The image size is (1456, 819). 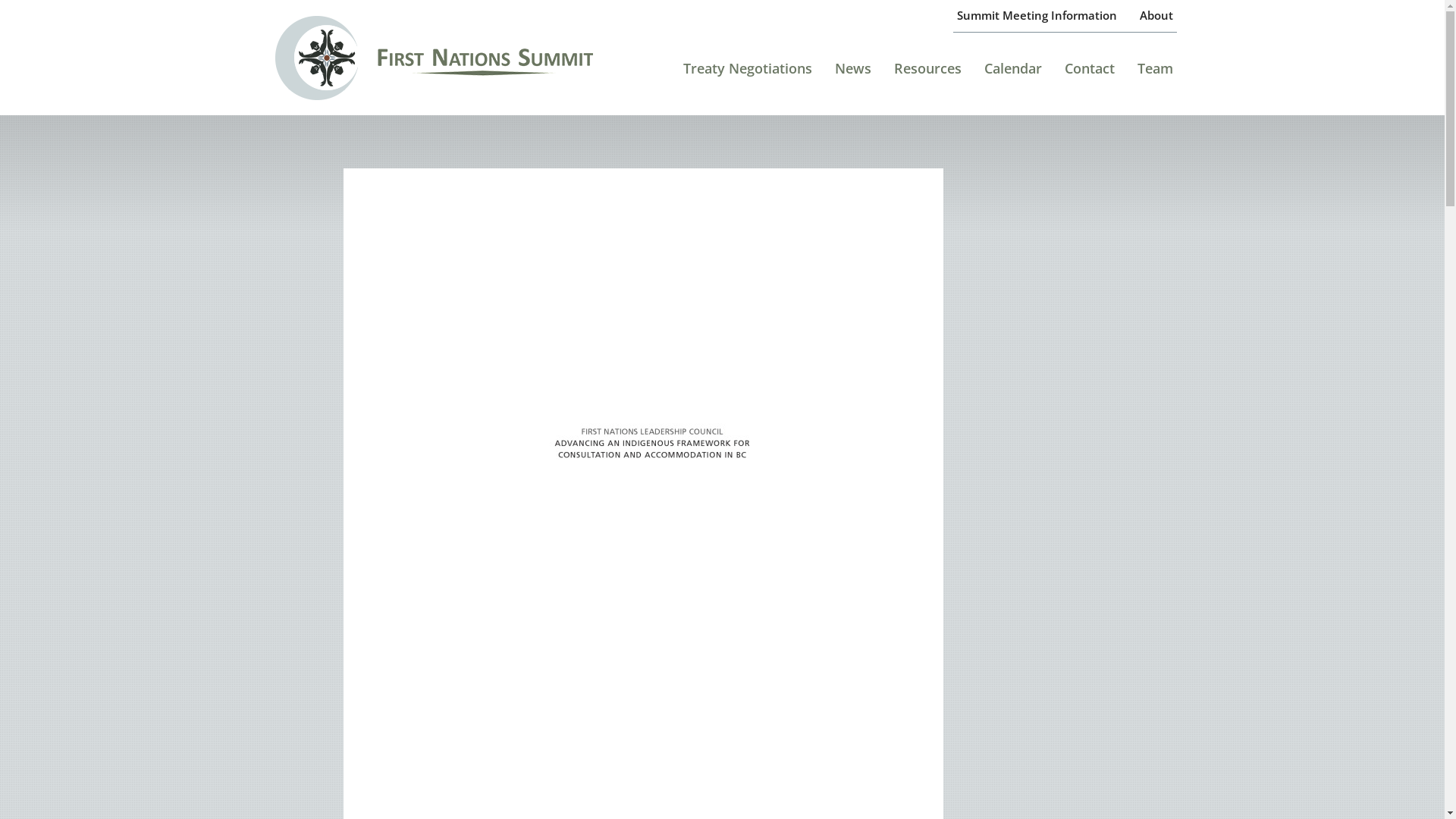 What do you see at coordinates (1036, 15) in the screenshot?
I see `'Summit Meeting Information'` at bounding box center [1036, 15].